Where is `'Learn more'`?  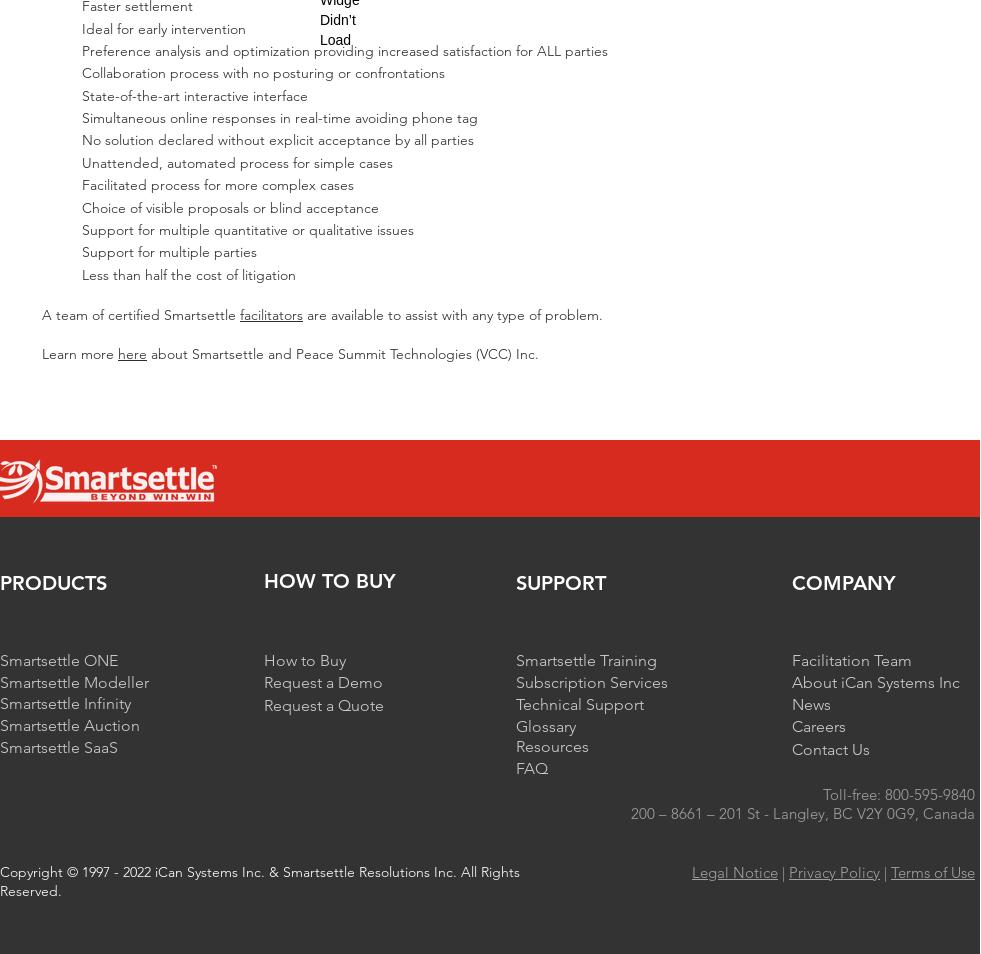
'Learn more' is located at coordinates (40, 352).